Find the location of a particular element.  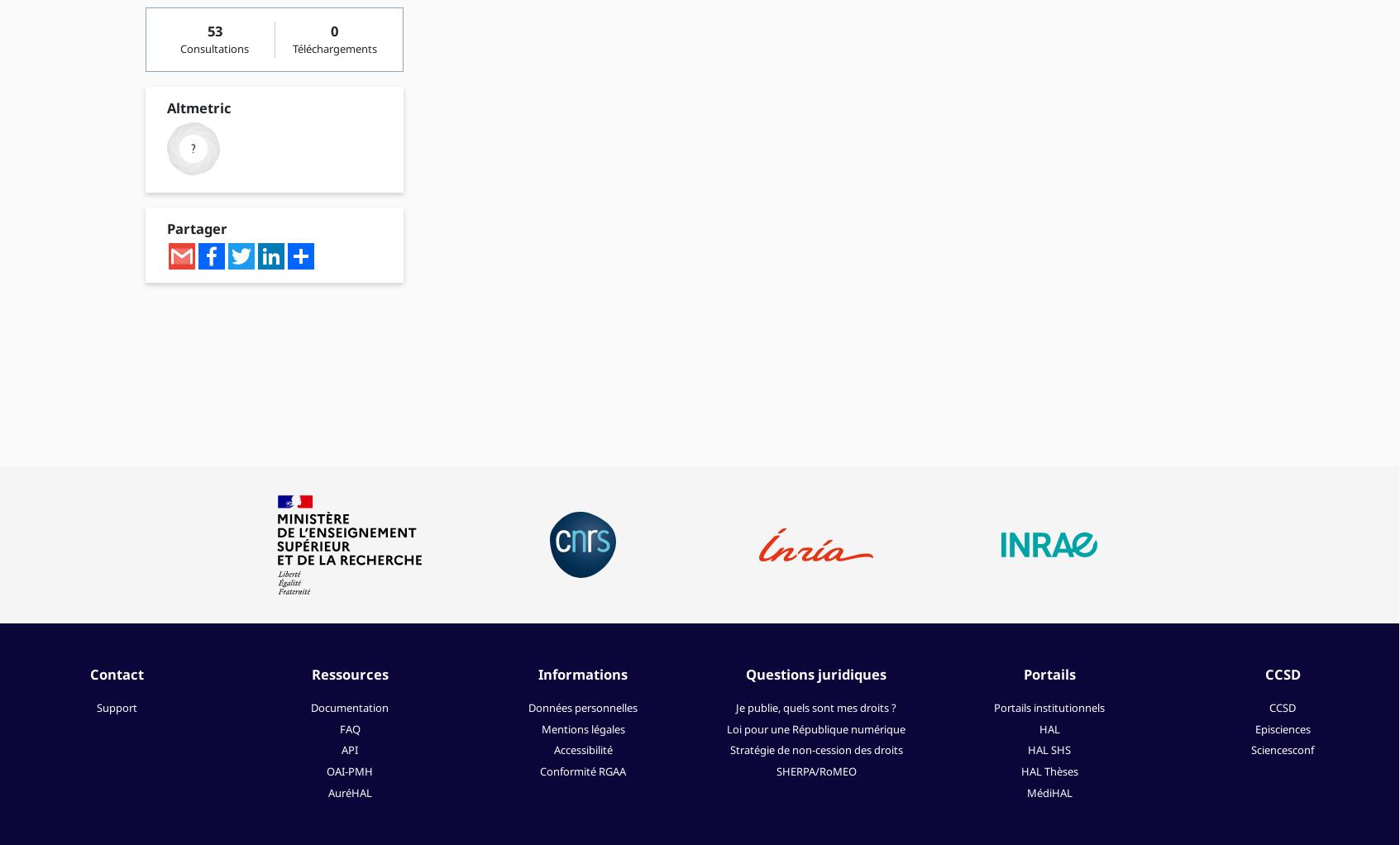

'AuréHAL' is located at coordinates (348, 792).